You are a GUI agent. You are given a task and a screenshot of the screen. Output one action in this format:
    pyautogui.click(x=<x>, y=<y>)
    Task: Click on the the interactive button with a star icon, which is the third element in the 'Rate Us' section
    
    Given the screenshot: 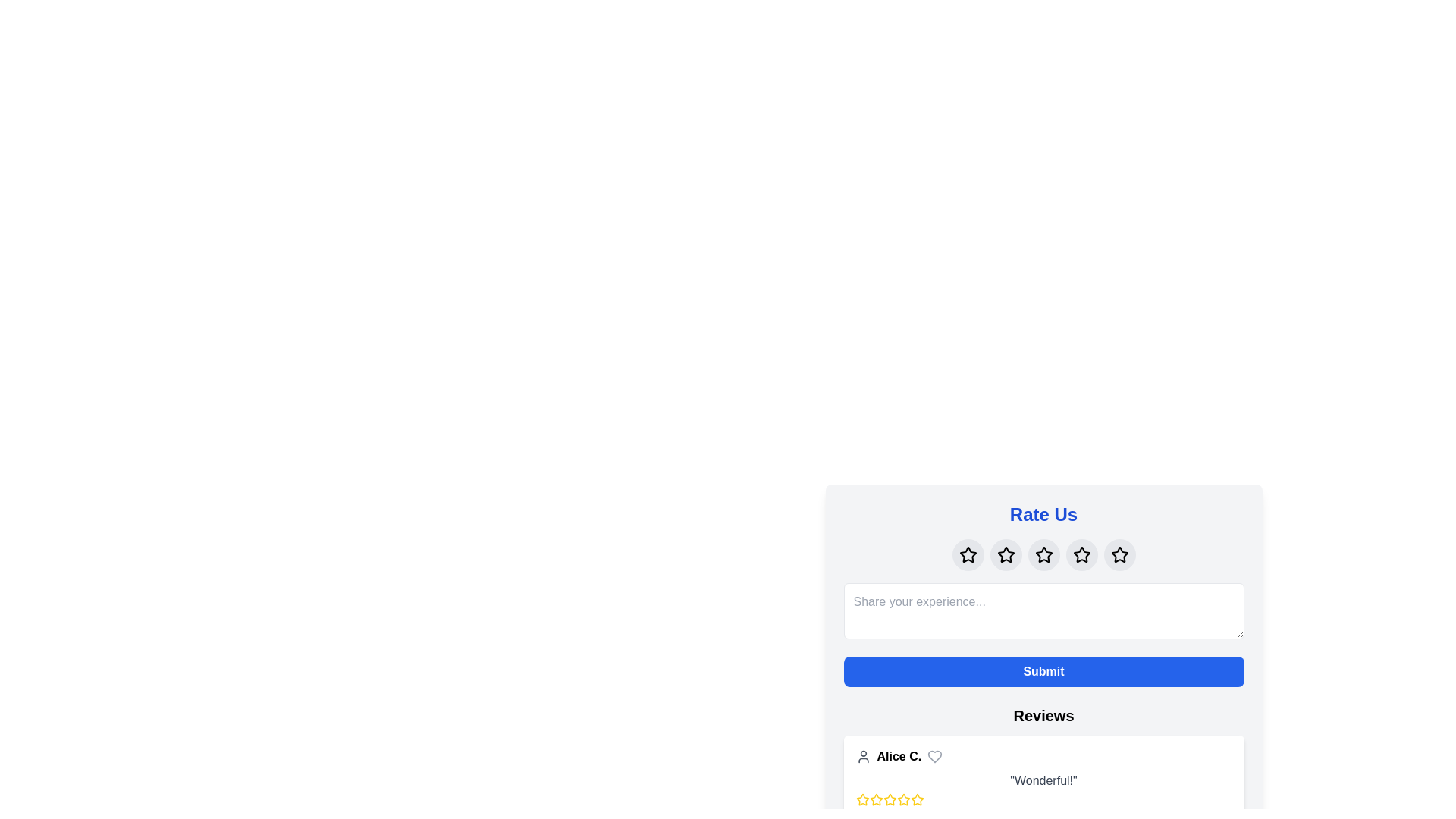 What is the action you would take?
    pyautogui.click(x=1006, y=555)
    